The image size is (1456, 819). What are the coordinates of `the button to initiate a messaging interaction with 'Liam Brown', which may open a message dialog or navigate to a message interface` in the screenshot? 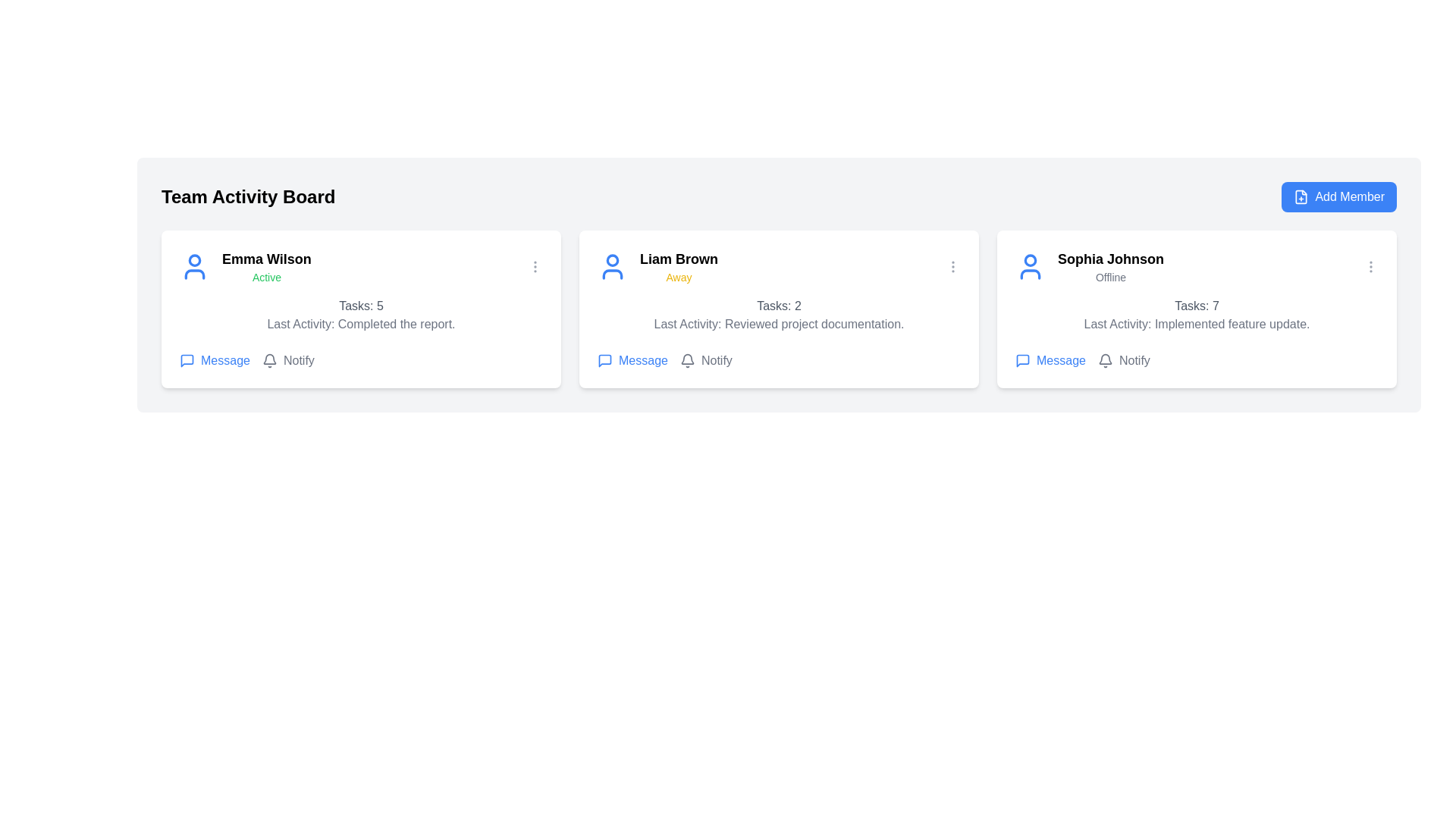 It's located at (632, 360).